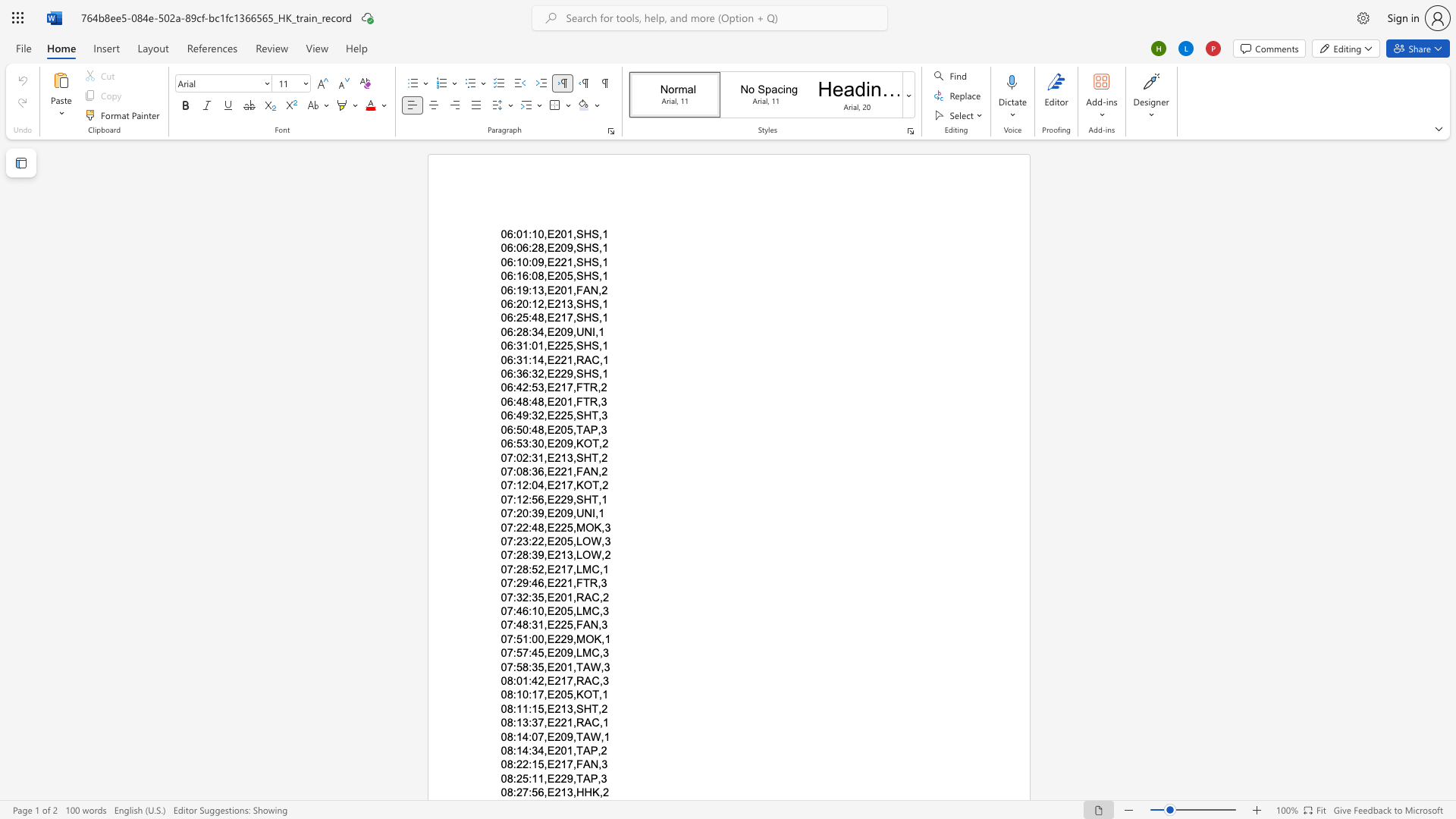  What do you see at coordinates (566, 513) in the screenshot?
I see `the subset text "9,U" within the text "07:20:39,E209,UNI,1"` at bounding box center [566, 513].